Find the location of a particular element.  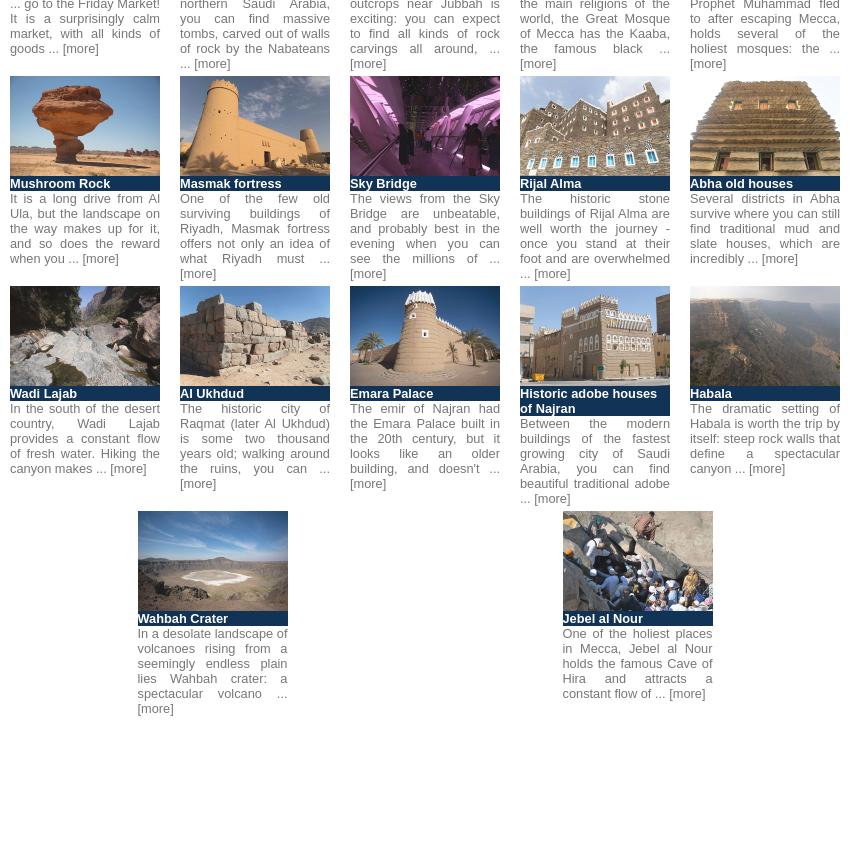

'The historic stone buildings of Rijal Alma are well worth the journey - once you stand at their foot and are overwhelmed  ... [more]' is located at coordinates (595, 236).